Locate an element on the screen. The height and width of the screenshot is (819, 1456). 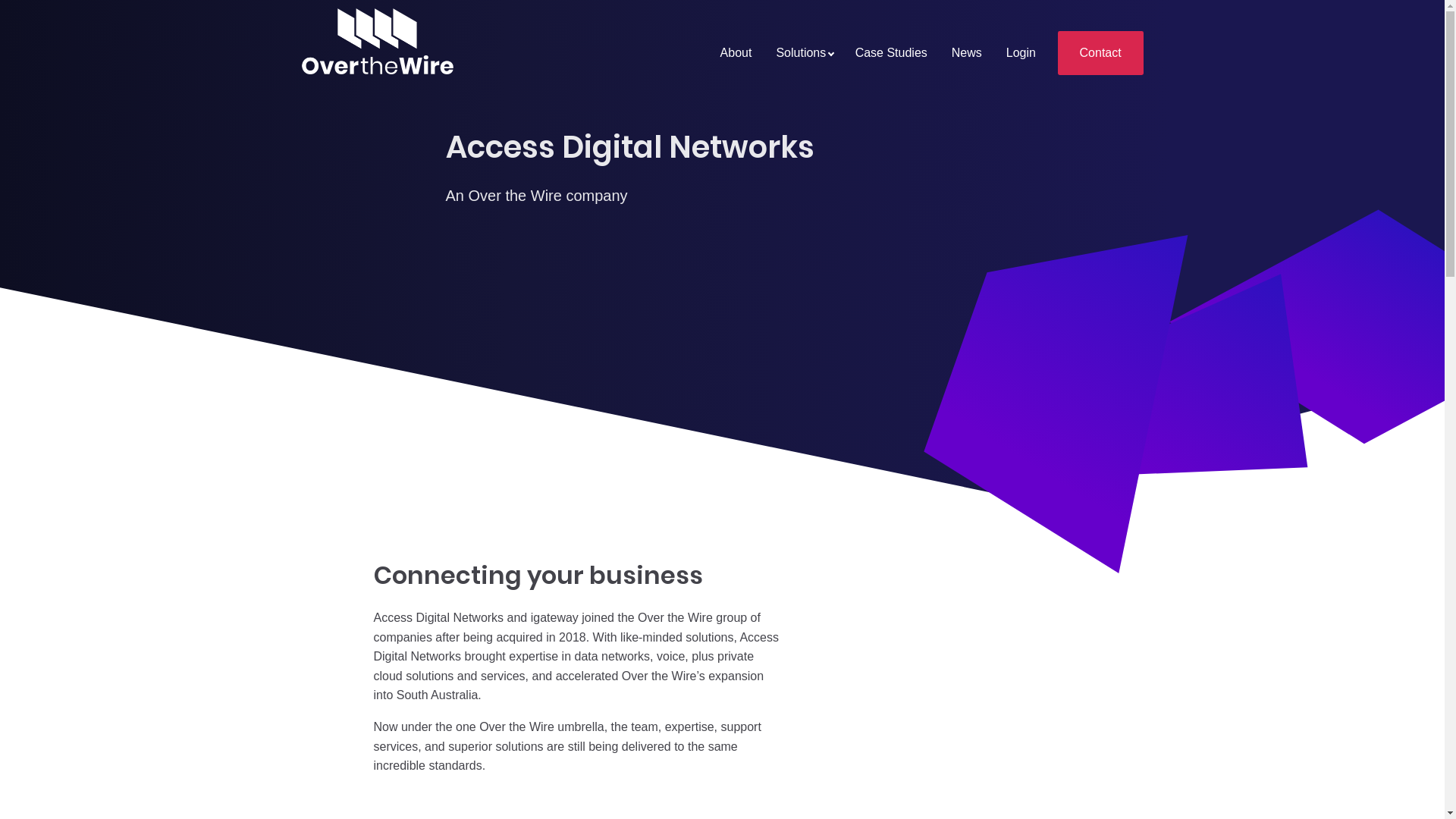
'Case Studies' is located at coordinates (891, 52).